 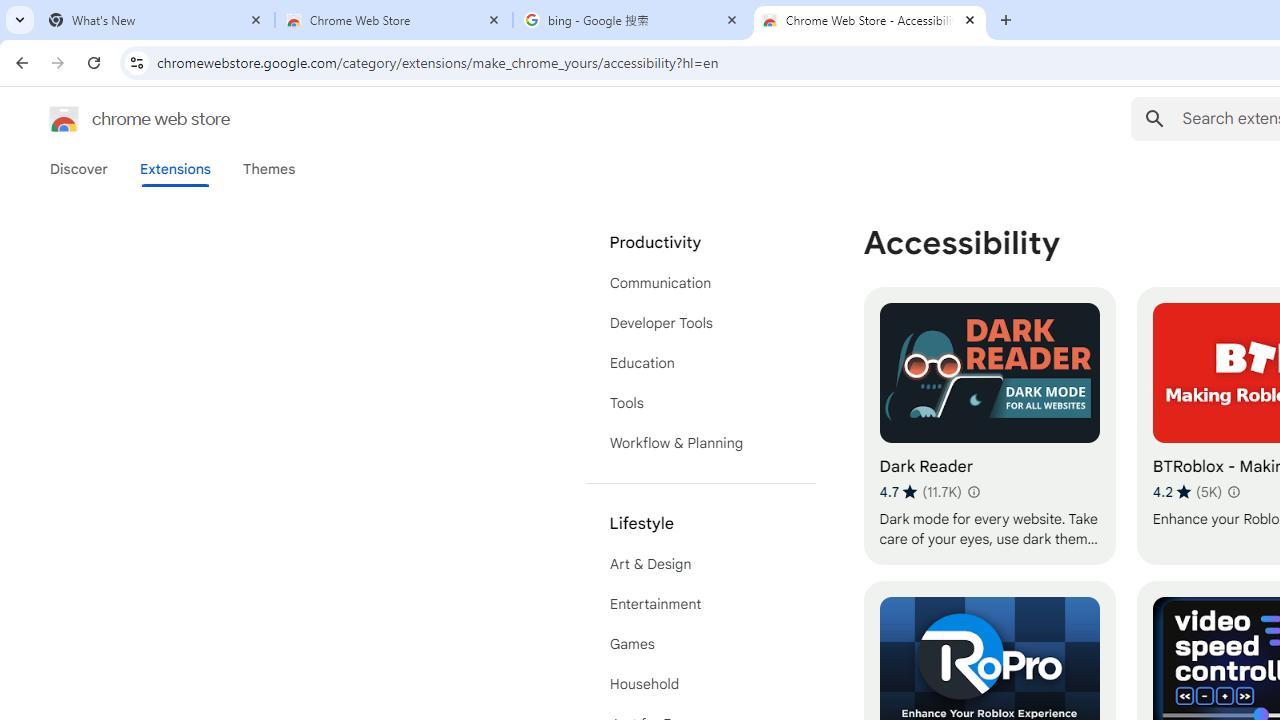 I want to click on 'Developer Tools', so click(x=700, y=321).